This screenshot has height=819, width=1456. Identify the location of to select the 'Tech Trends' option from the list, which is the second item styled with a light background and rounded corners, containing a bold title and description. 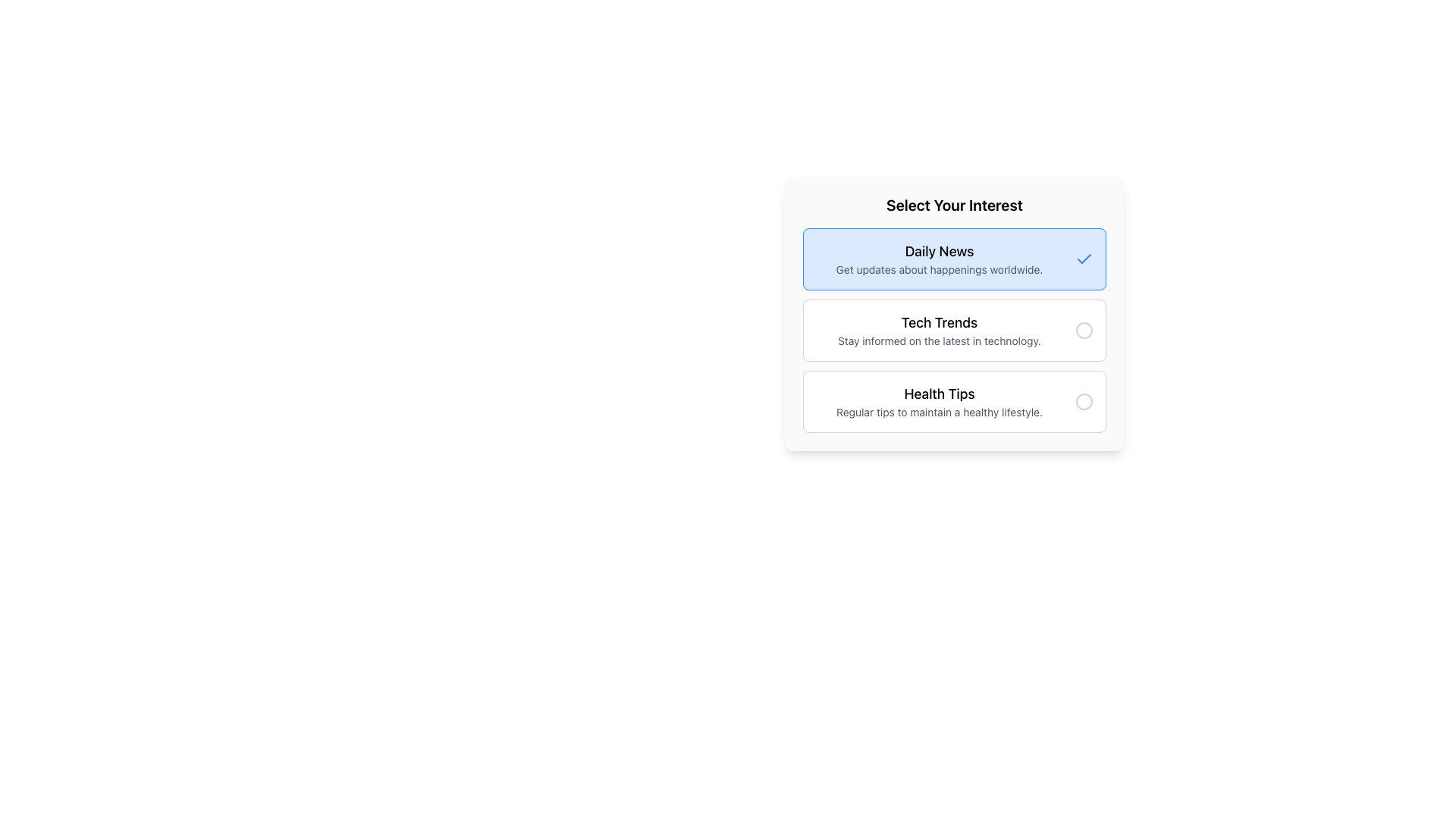
(953, 312).